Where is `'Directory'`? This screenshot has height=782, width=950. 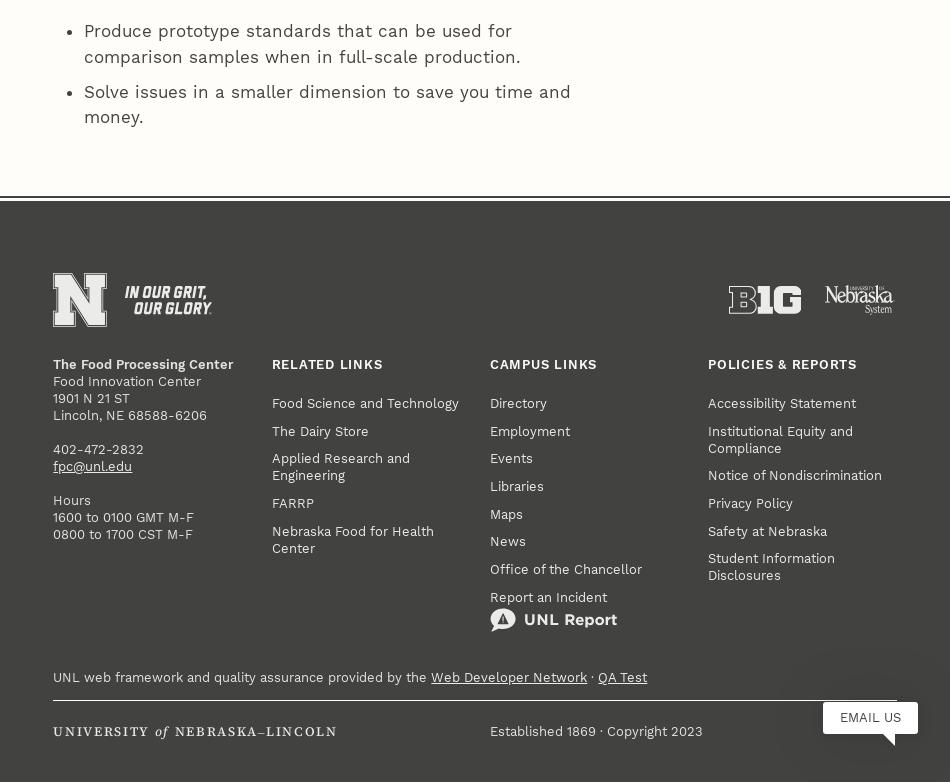
'Directory' is located at coordinates (518, 88).